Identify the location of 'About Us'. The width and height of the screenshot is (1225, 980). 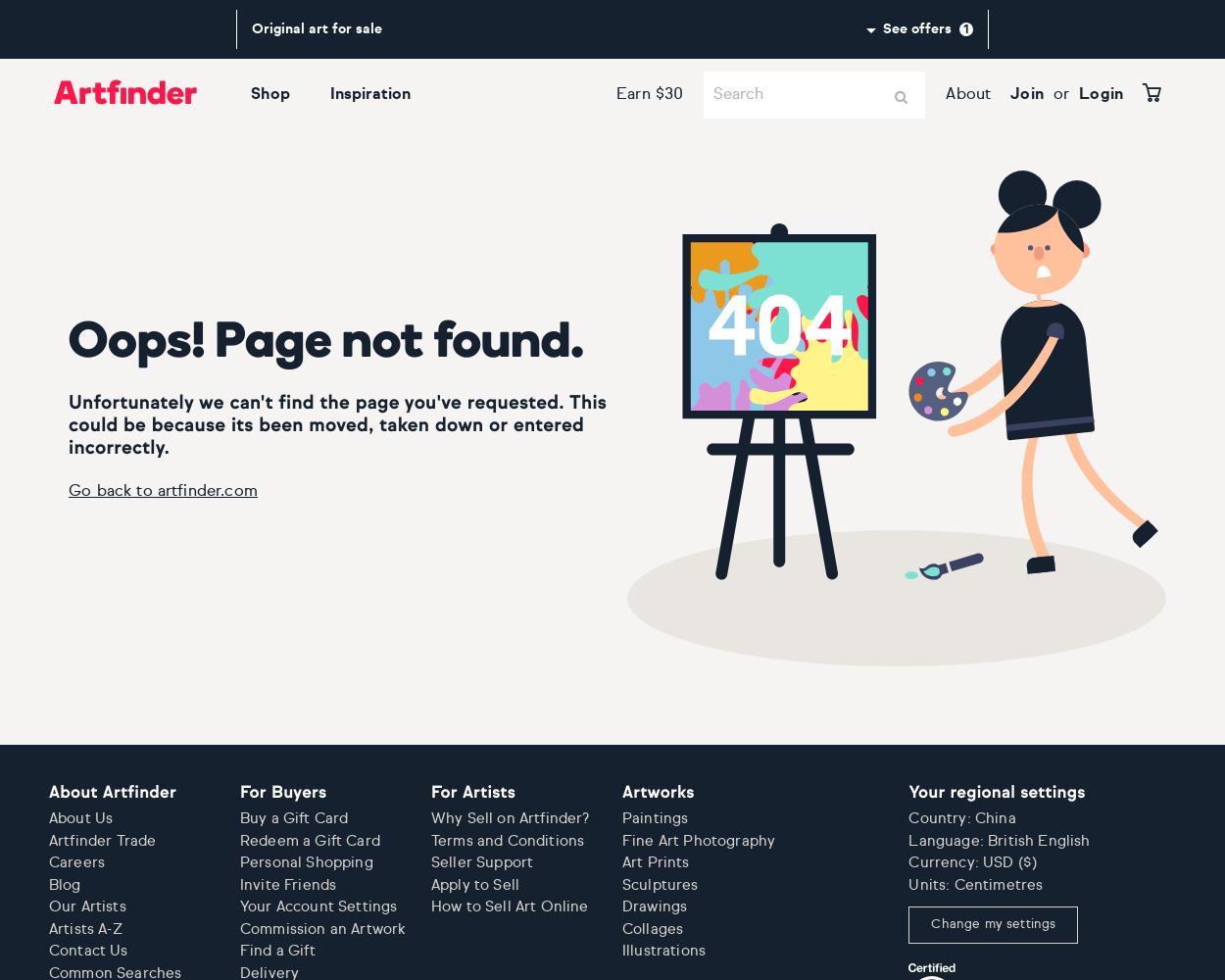
(79, 817).